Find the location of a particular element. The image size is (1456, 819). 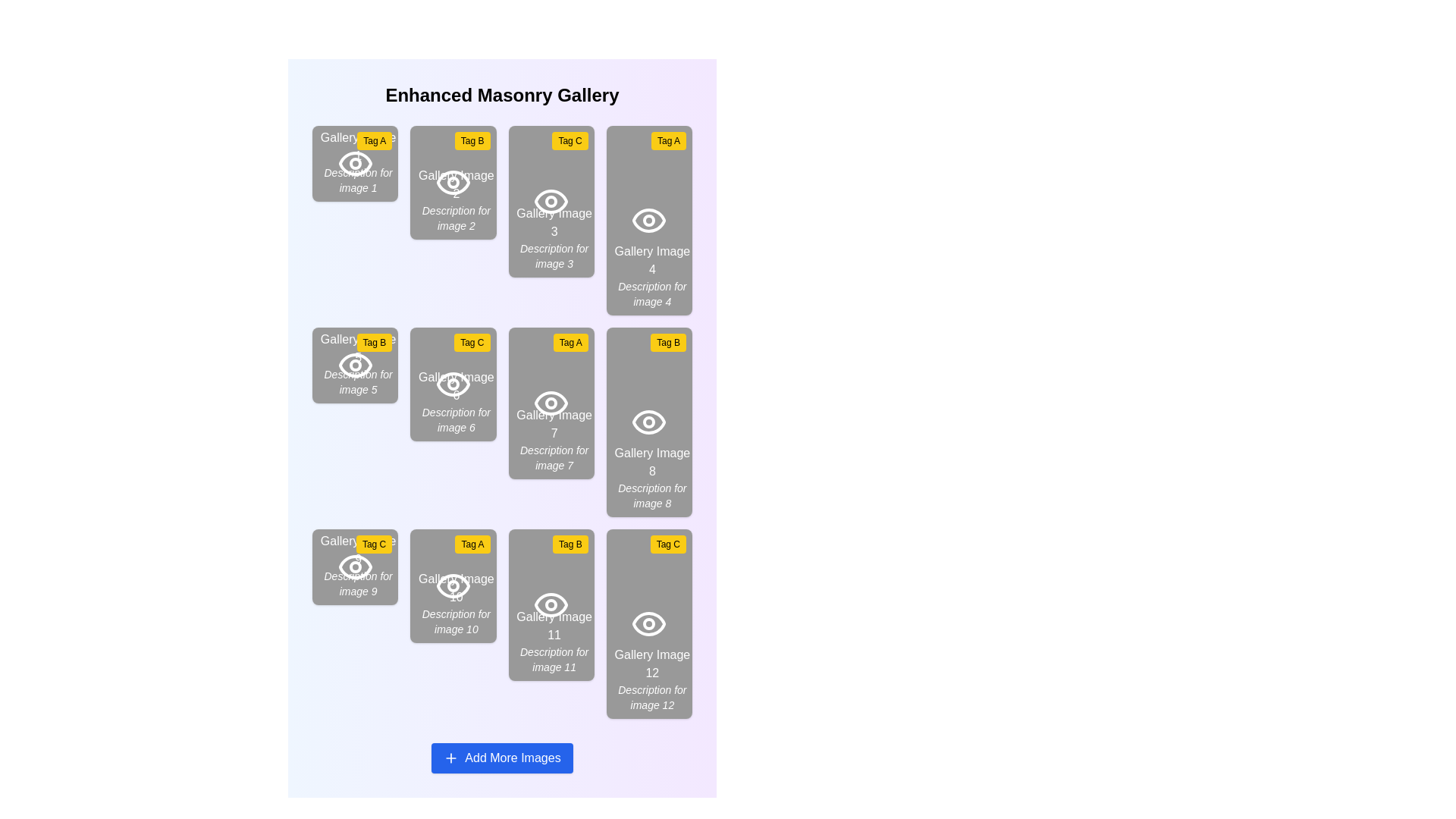

text from the Tag or Label with a bright yellow background displaying 'Tag C', located at the top-right corner of the box containing 'Gallery Image 9' is located at coordinates (374, 543).